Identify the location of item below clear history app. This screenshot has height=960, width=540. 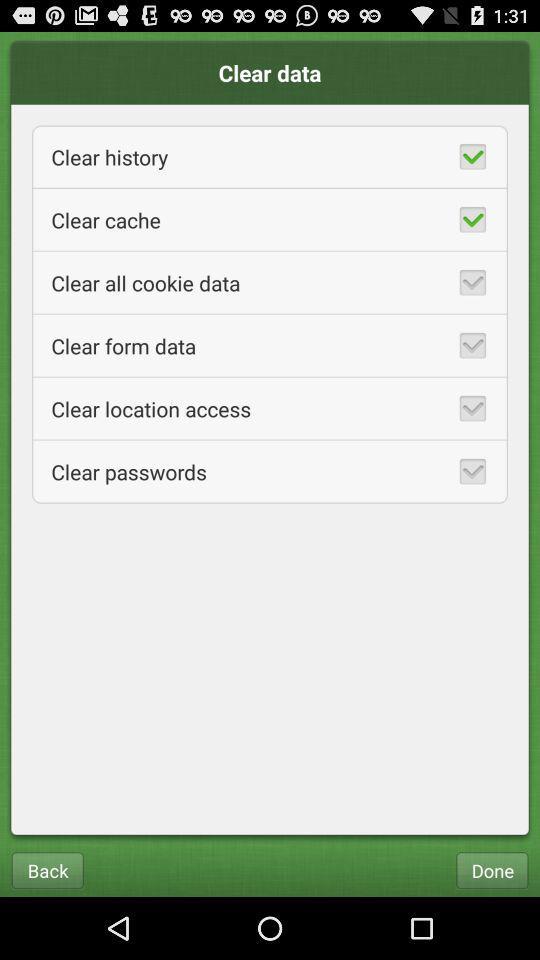
(270, 219).